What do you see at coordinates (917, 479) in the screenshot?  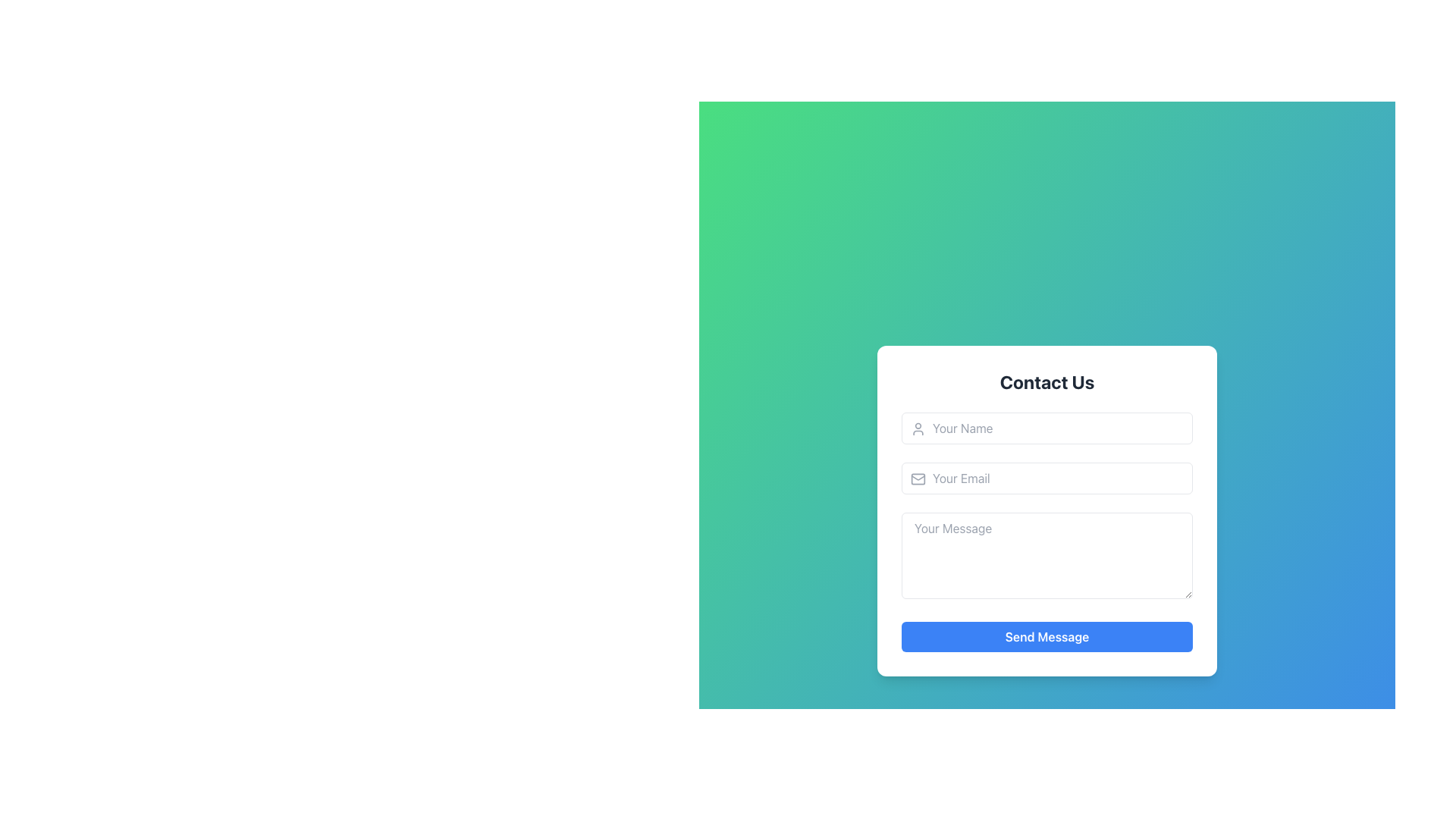 I see `the envelope icon representing the email input field, located to the left of the 'Your Email' input box` at bounding box center [917, 479].